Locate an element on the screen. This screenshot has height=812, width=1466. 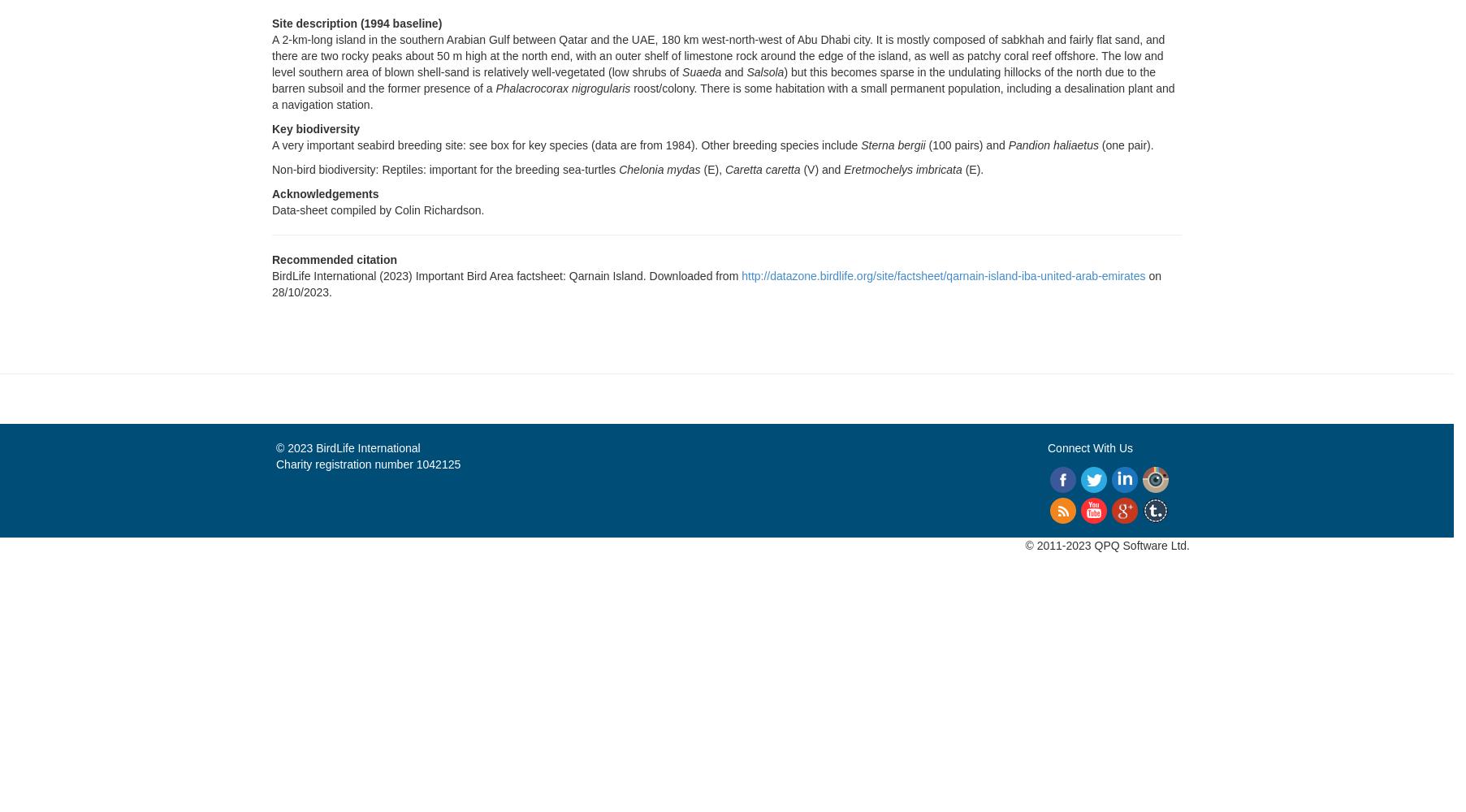
'Salsola' is located at coordinates (765, 71).